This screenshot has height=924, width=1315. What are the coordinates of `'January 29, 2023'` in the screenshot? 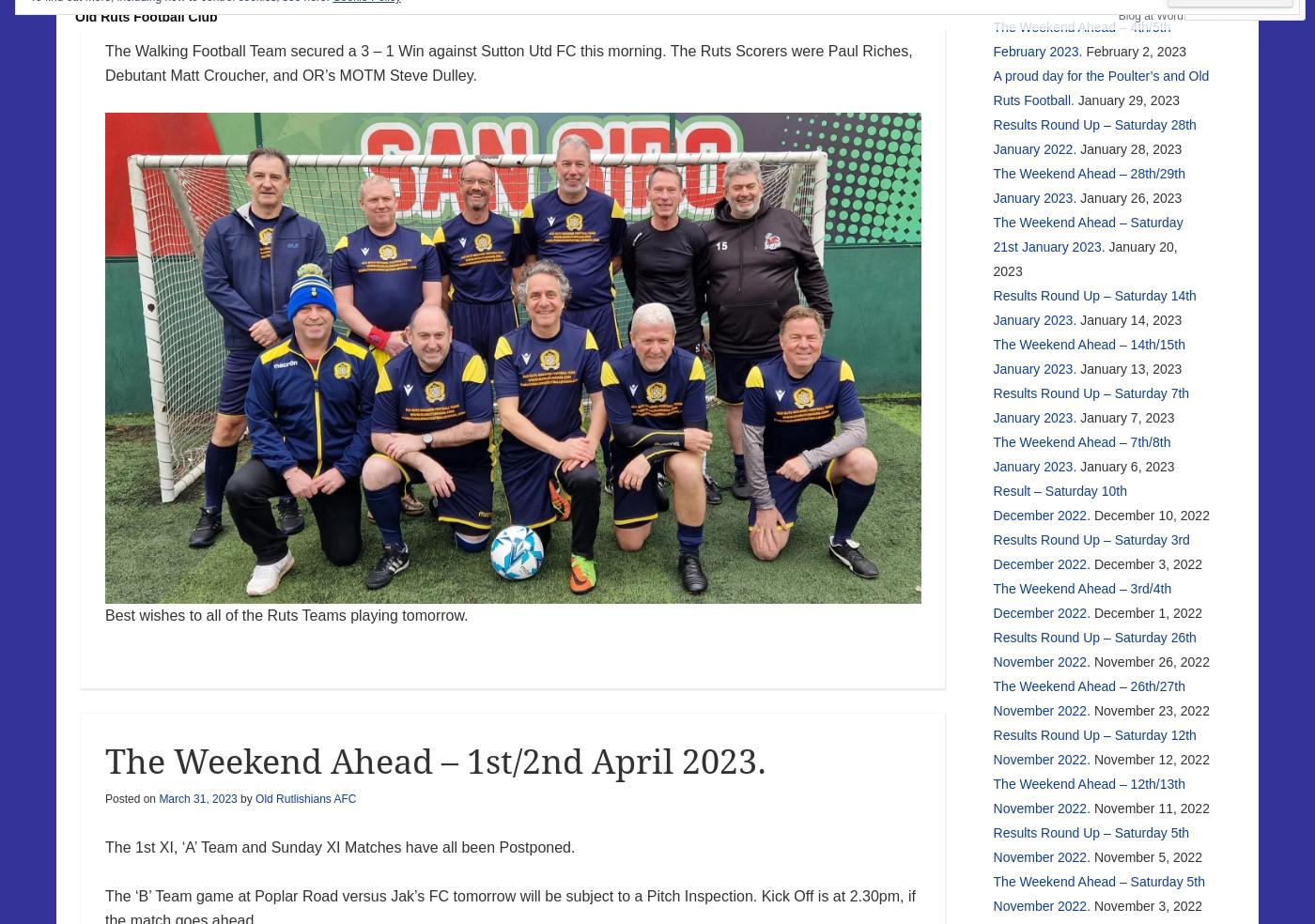 It's located at (1128, 98).